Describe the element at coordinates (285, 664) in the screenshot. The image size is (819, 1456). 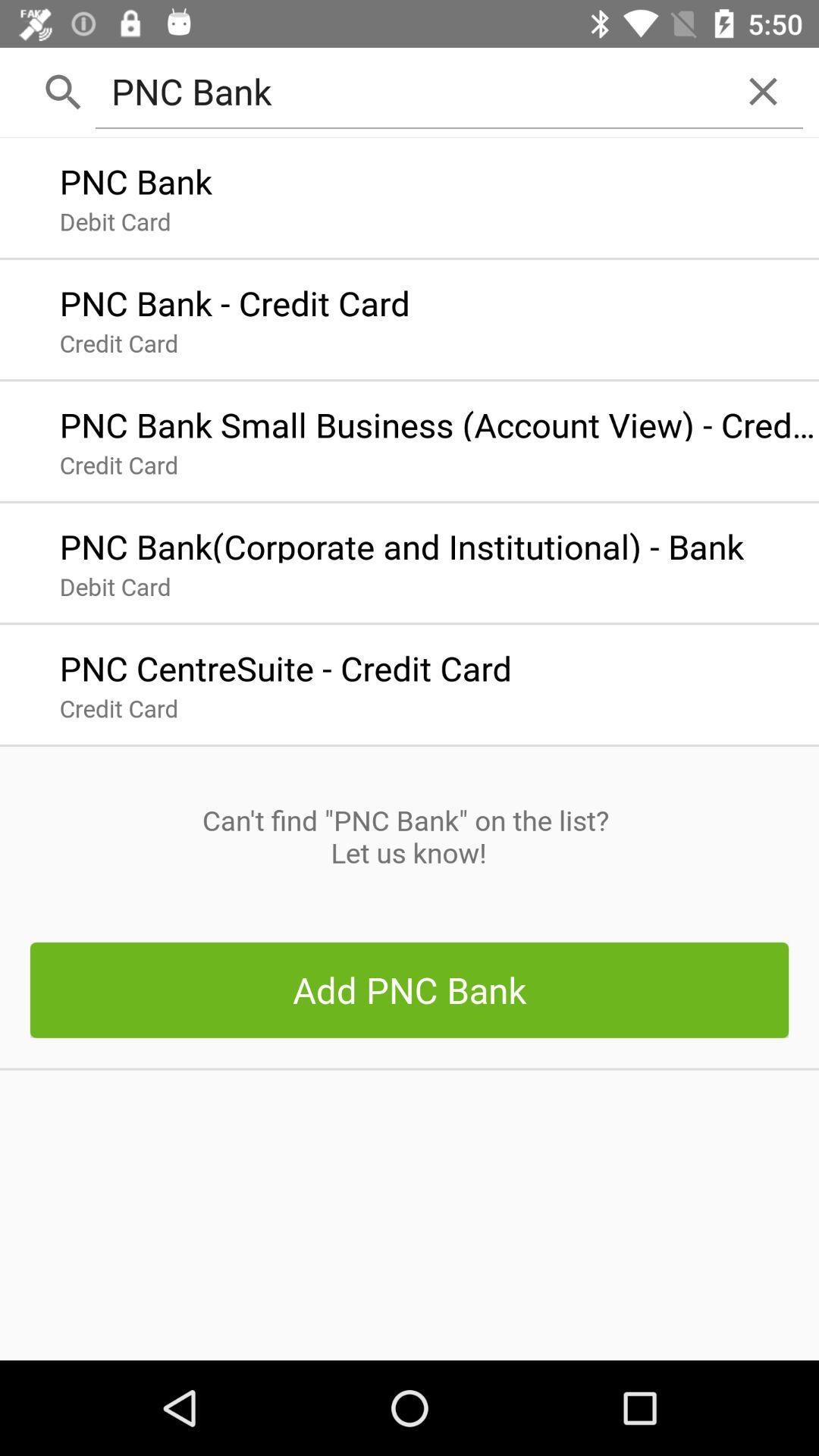
I see `pnc centresuite credit item` at that location.